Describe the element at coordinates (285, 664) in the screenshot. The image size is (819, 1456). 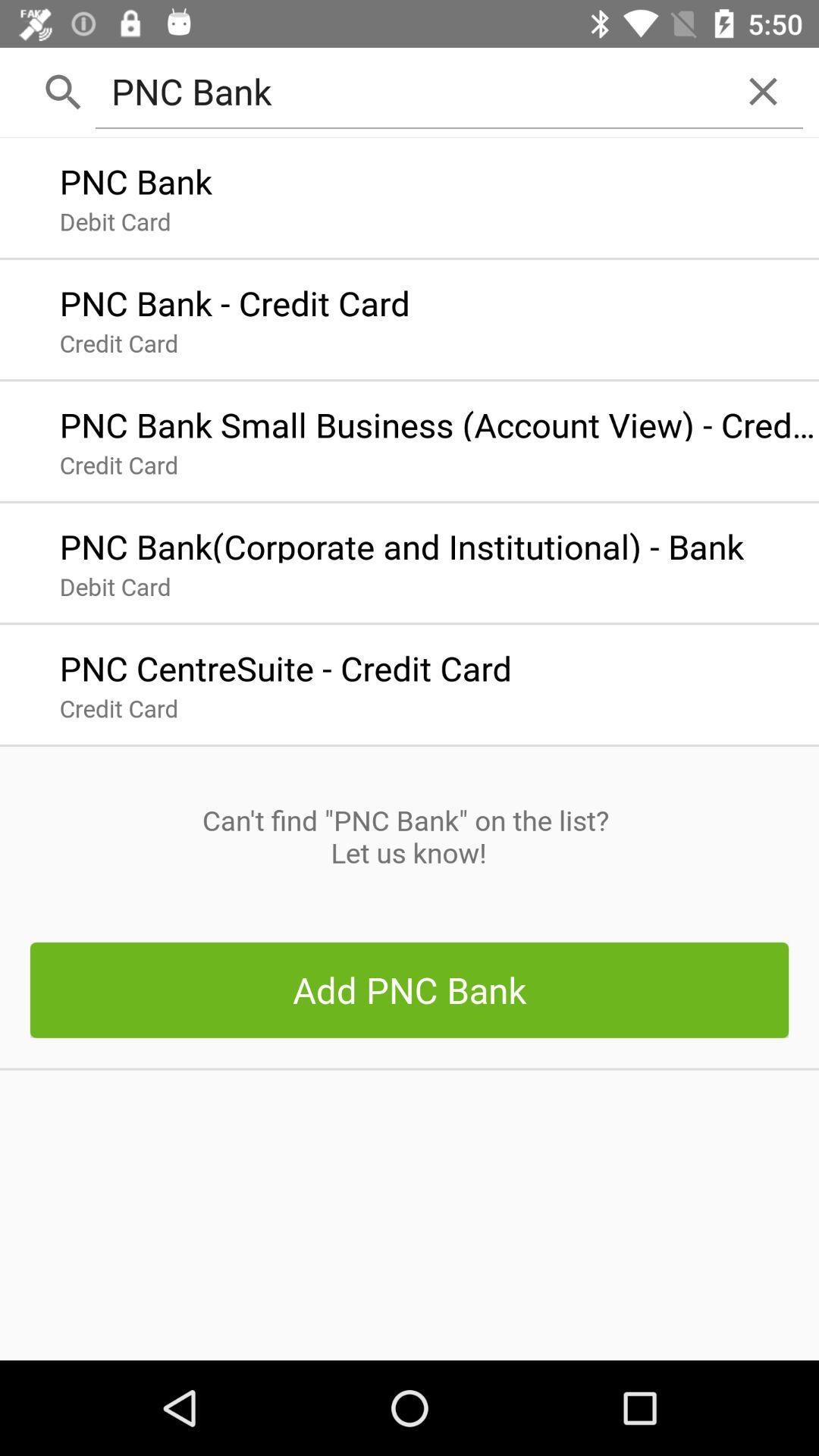
I see `pnc centresuite credit item` at that location.